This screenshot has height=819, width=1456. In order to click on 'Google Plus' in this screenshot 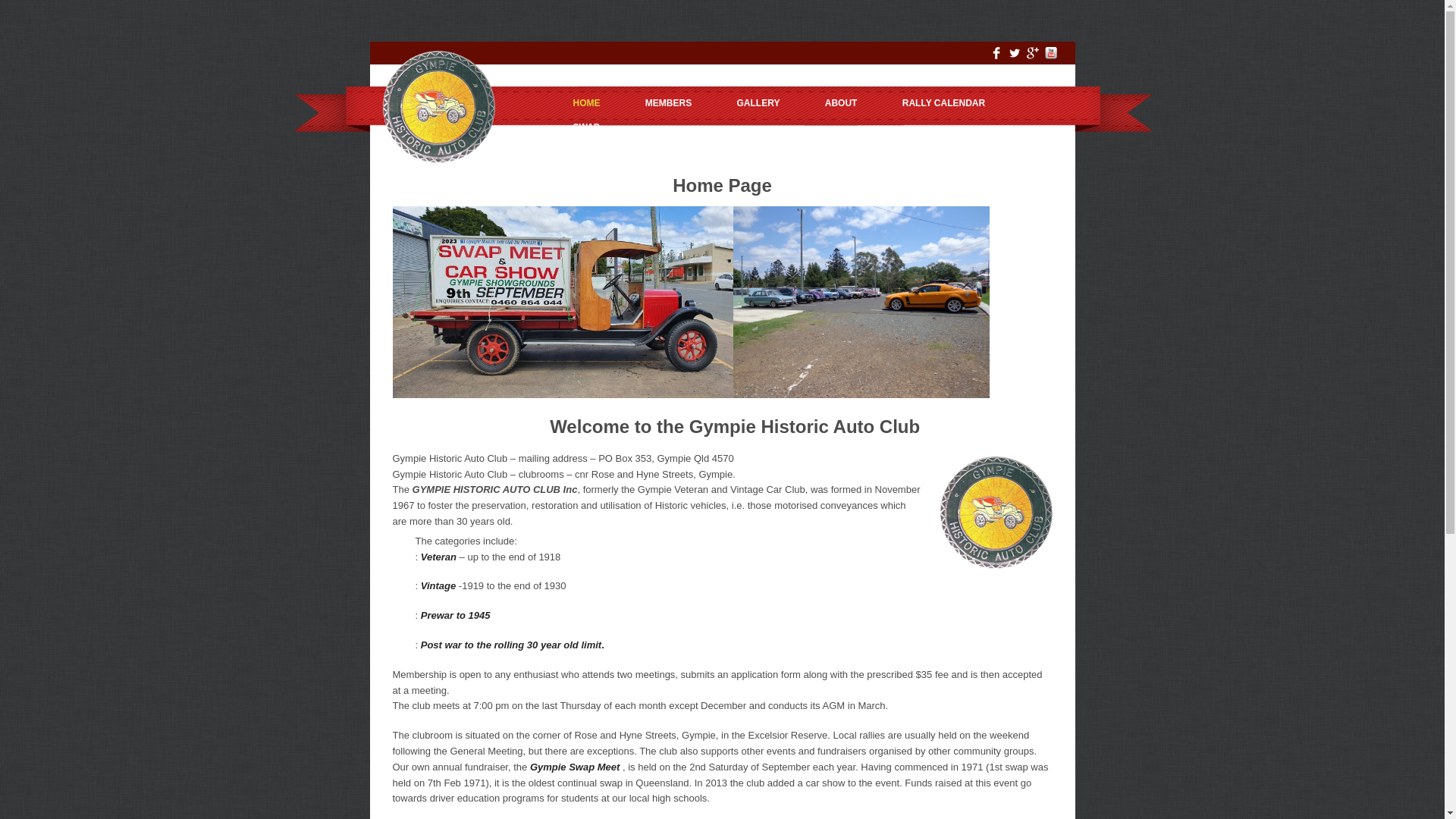, I will do `click(1032, 58)`.